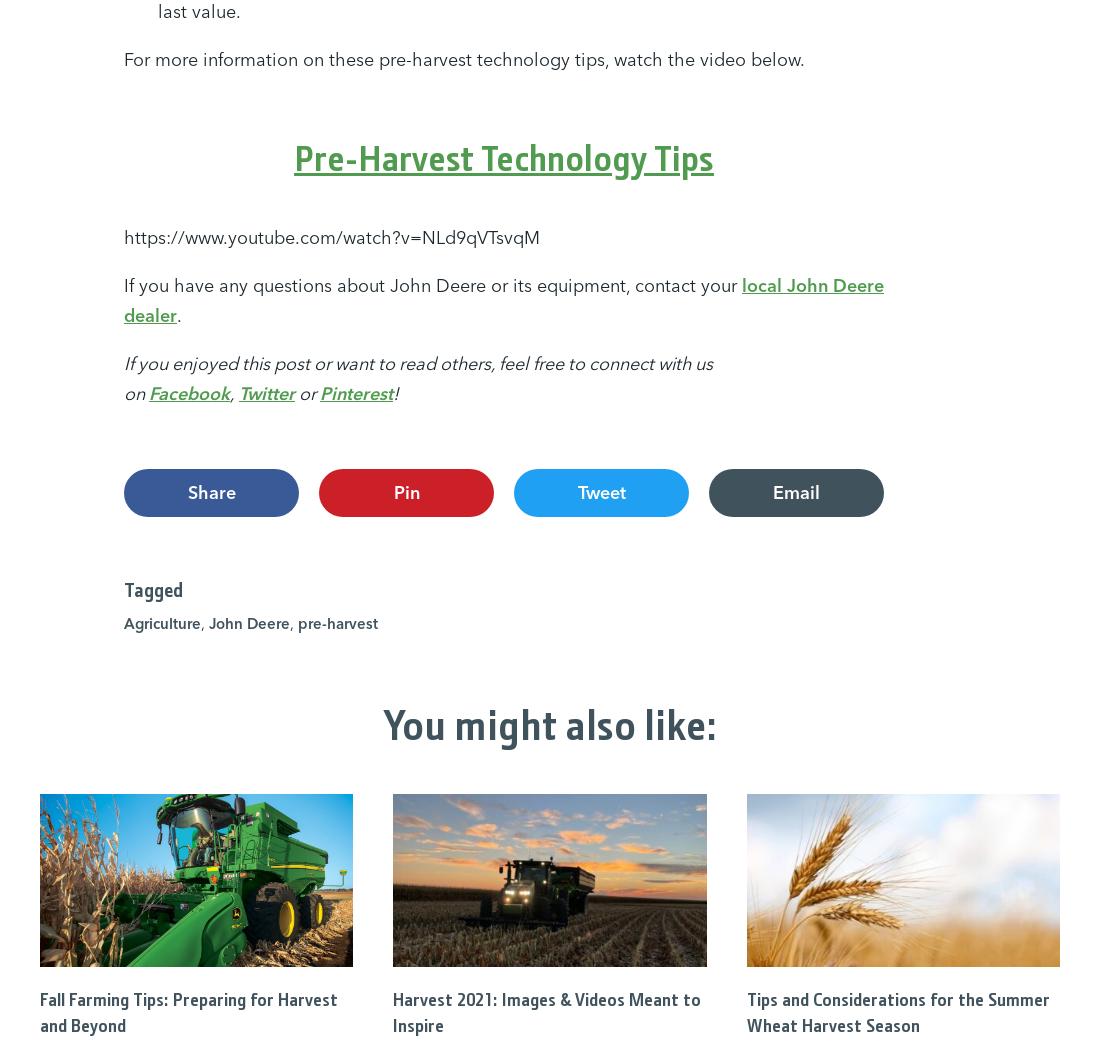  Describe the element at coordinates (393, 1011) in the screenshot. I see `'Harvest 2021: Images & Videos Meant to Inspire'` at that location.